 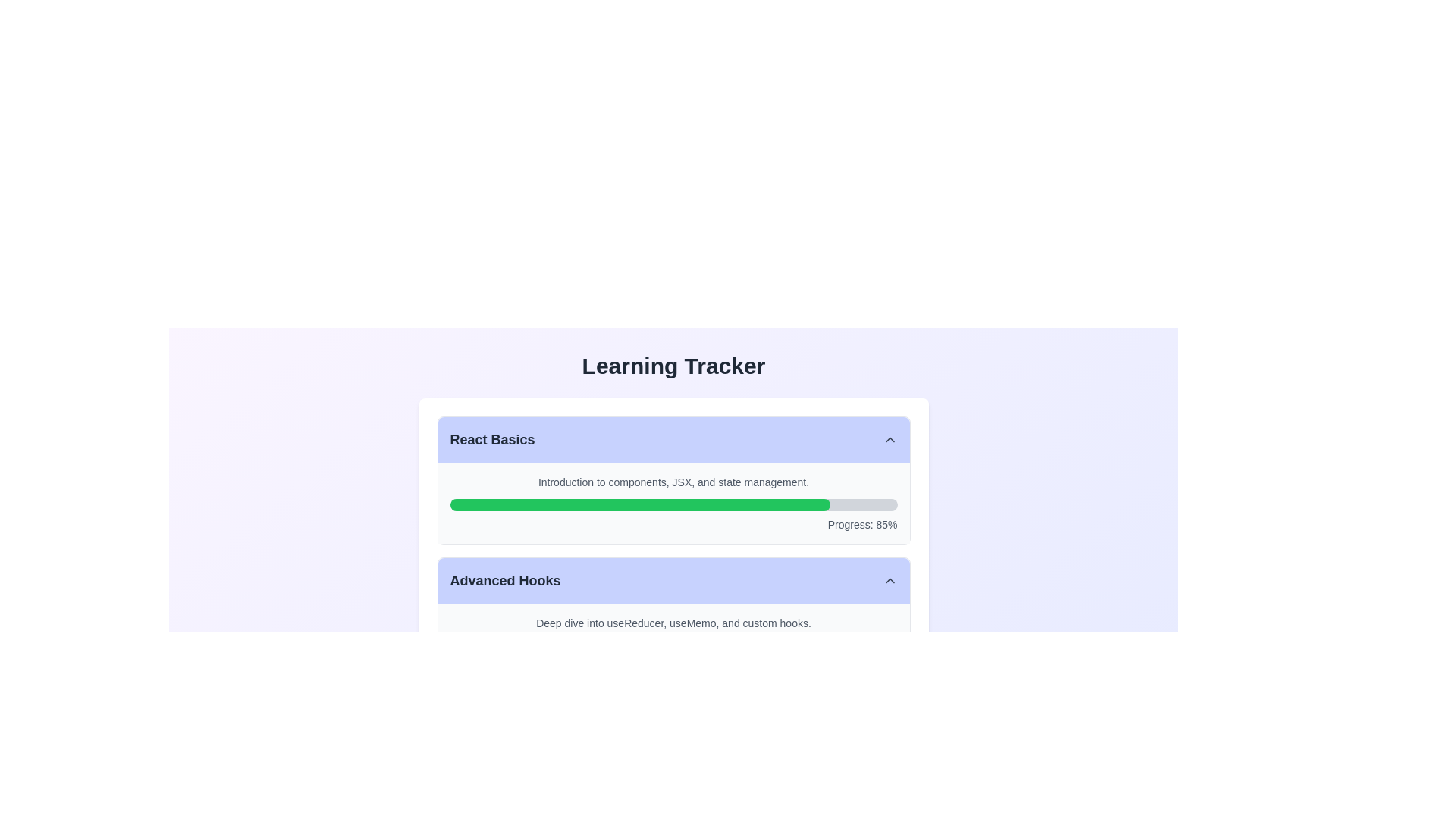 I want to click on the upward-pointing chevron icon located at the right end of the title bar labeled 'Advanced Hooks', so click(x=890, y=580).